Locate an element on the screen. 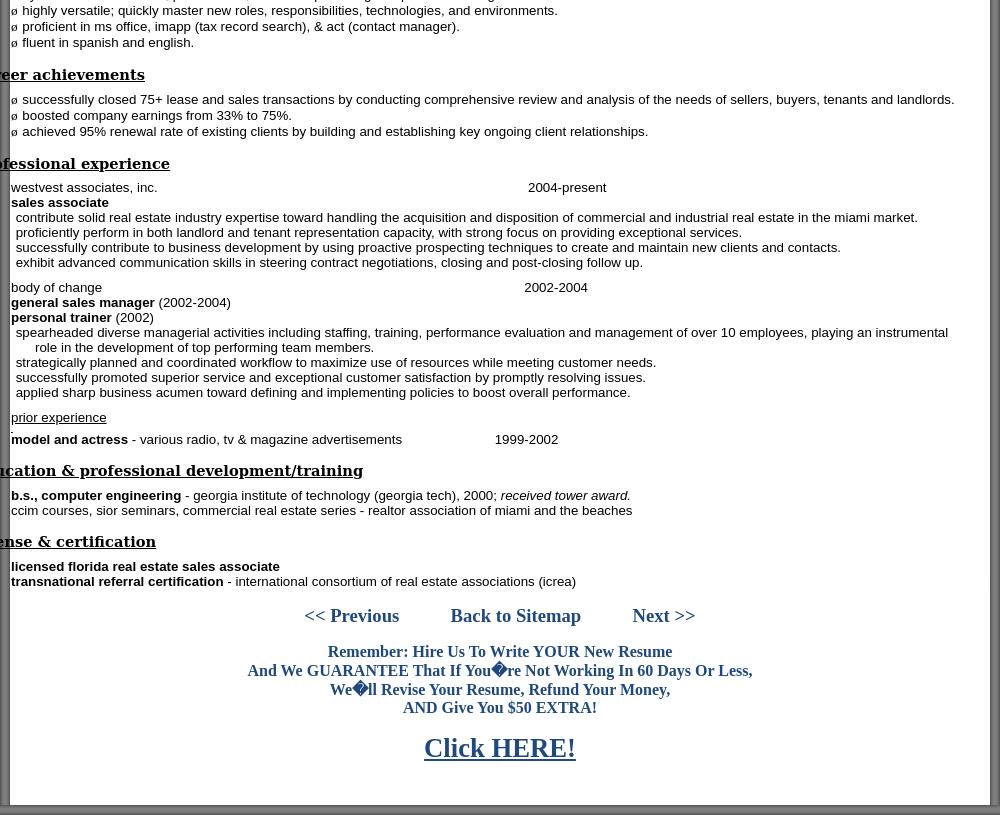 Image resolution: width=1000 pixels, height=815 pixels. 'We�ll Revise Your Resume, Refund Your Money,' is located at coordinates (498, 689).